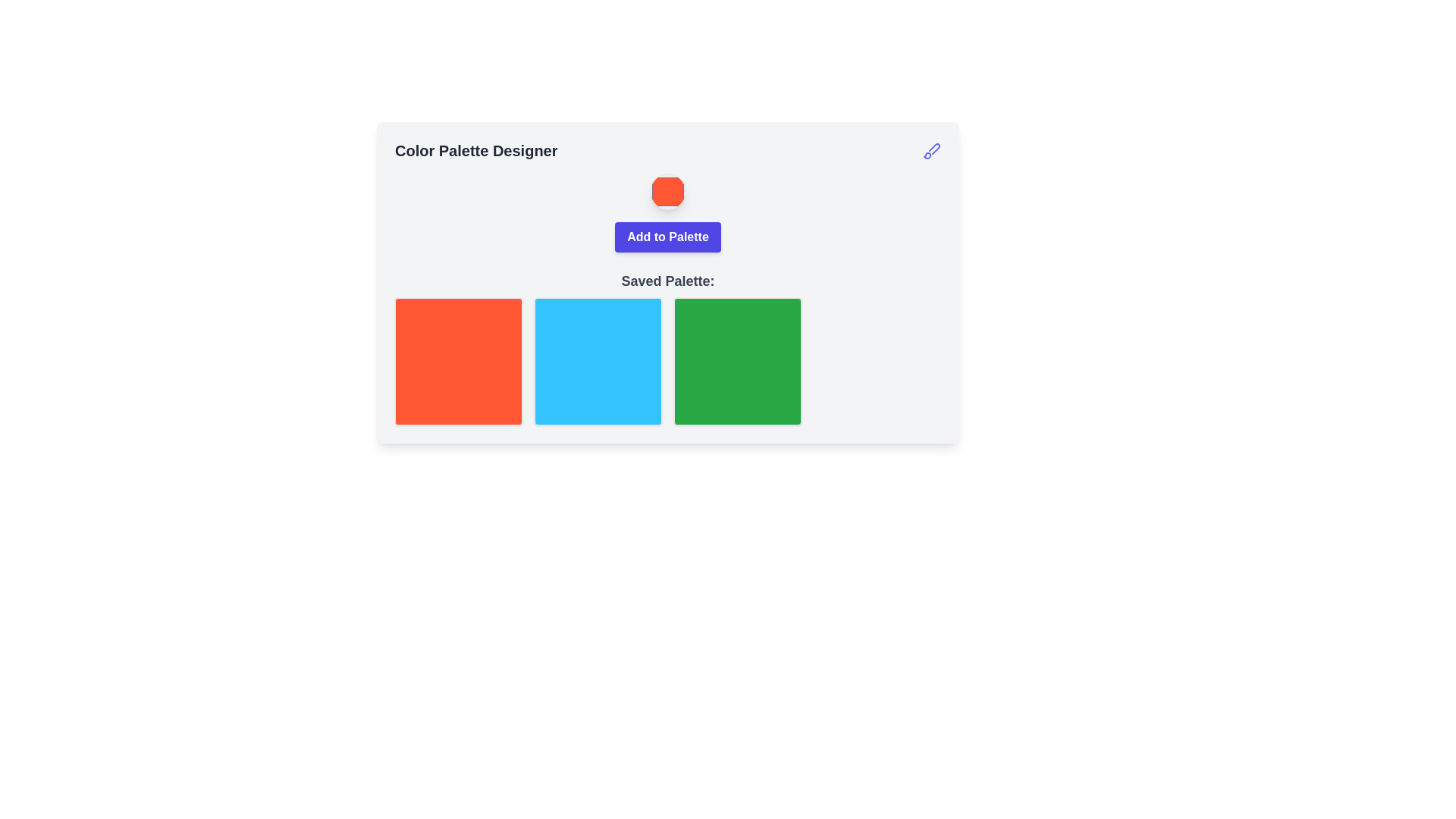 The width and height of the screenshot is (1456, 819). What do you see at coordinates (667, 213) in the screenshot?
I see `the 'Add to Palette' button, which is a blue rectangular button located below the orange circular button in the Composite UI component for color selection` at bounding box center [667, 213].